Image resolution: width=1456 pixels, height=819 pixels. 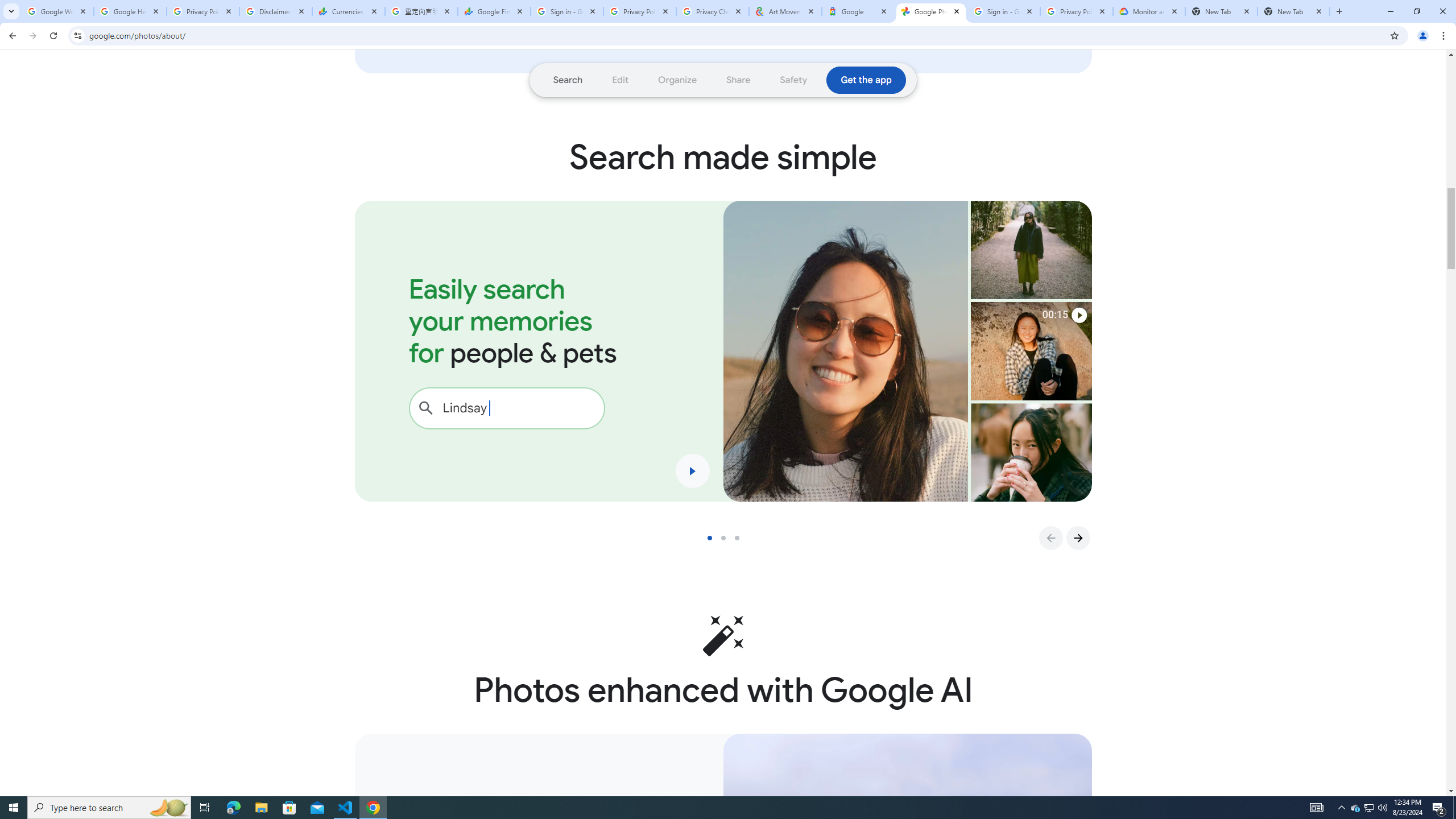 What do you see at coordinates (1293, 11) in the screenshot?
I see `'New Tab'` at bounding box center [1293, 11].